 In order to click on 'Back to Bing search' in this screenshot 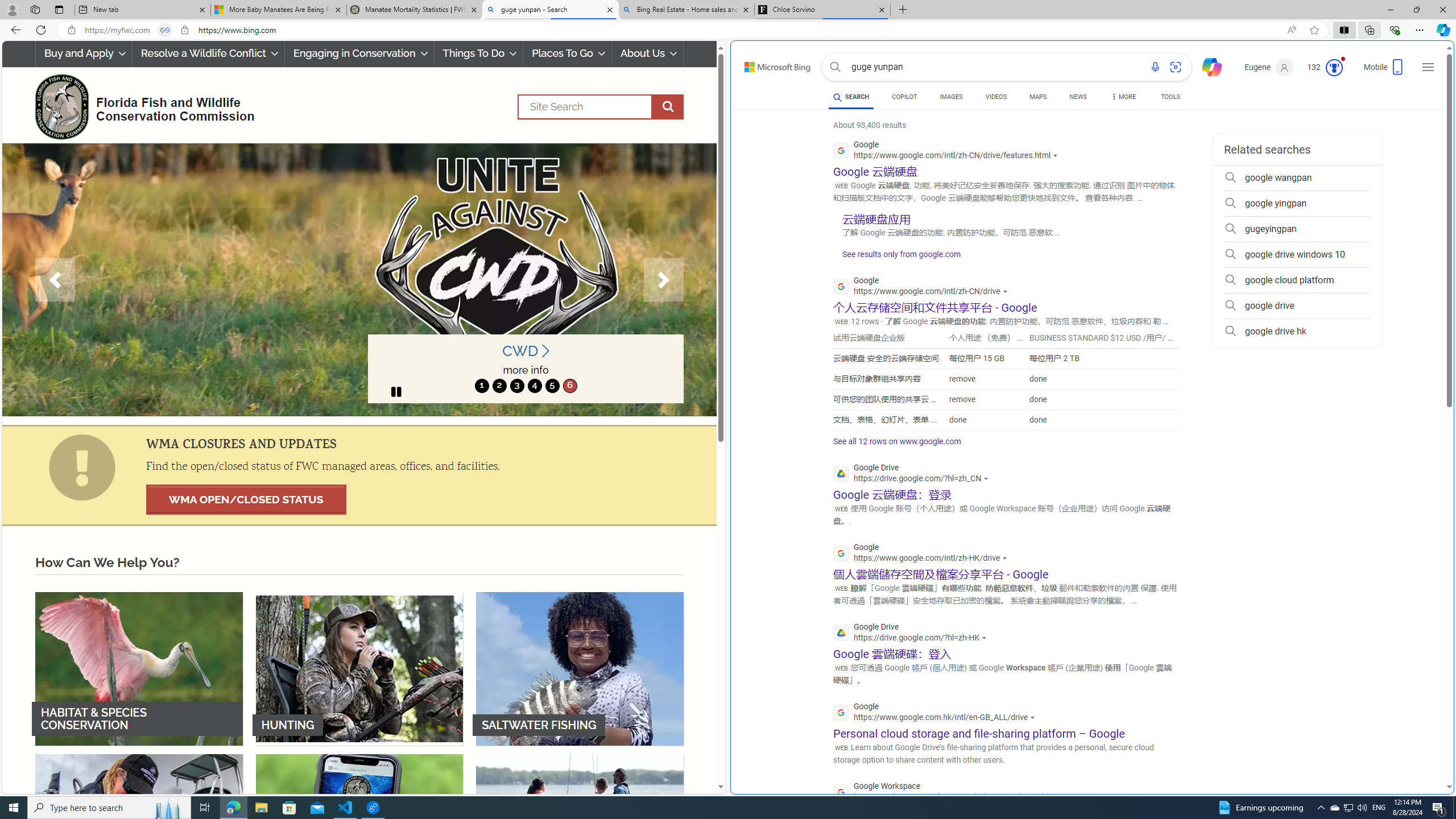, I will do `click(770, 64)`.